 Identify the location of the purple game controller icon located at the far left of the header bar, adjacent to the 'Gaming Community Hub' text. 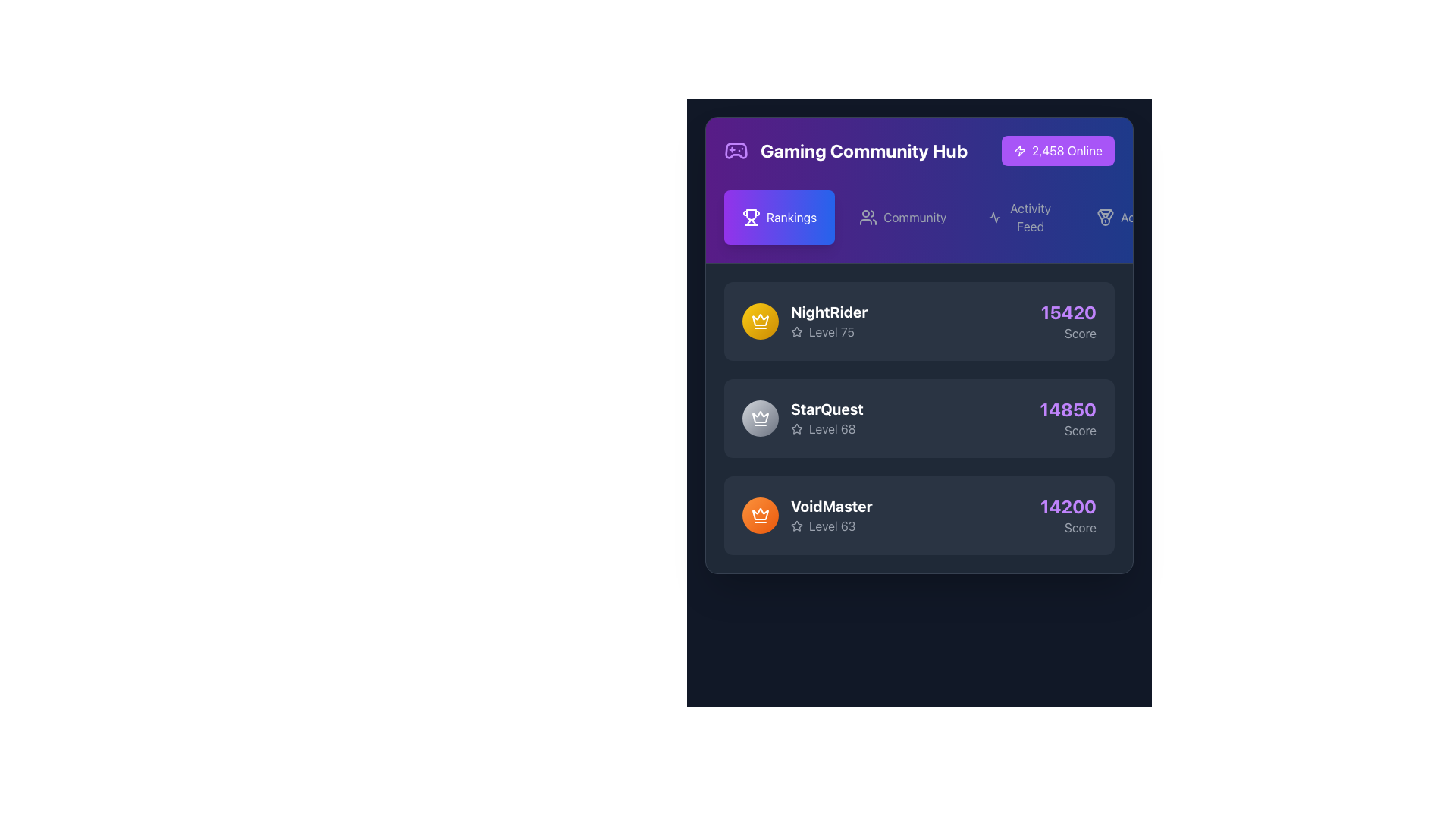
(736, 151).